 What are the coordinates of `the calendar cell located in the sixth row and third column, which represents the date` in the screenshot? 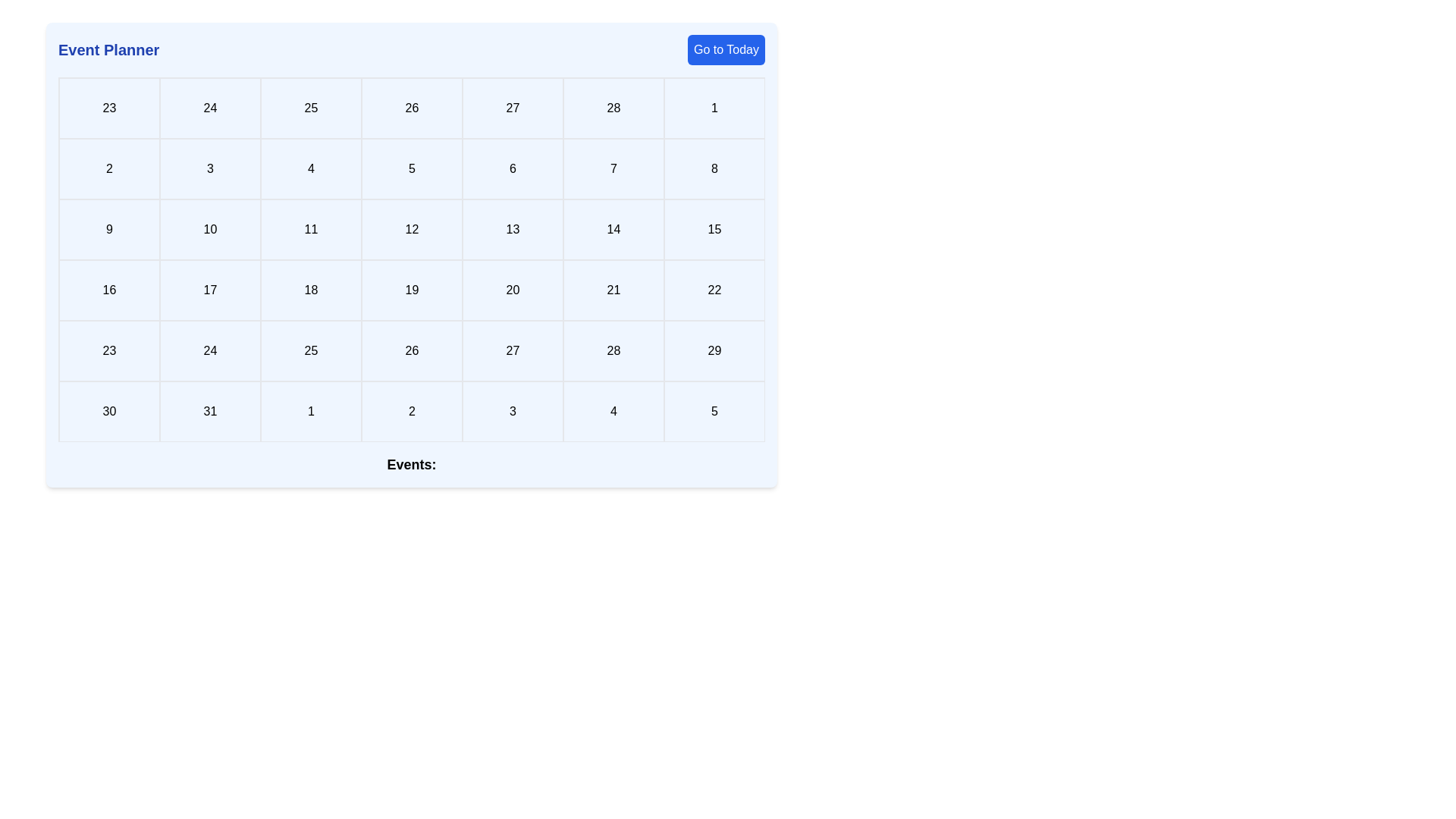 It's located at (310, 412).